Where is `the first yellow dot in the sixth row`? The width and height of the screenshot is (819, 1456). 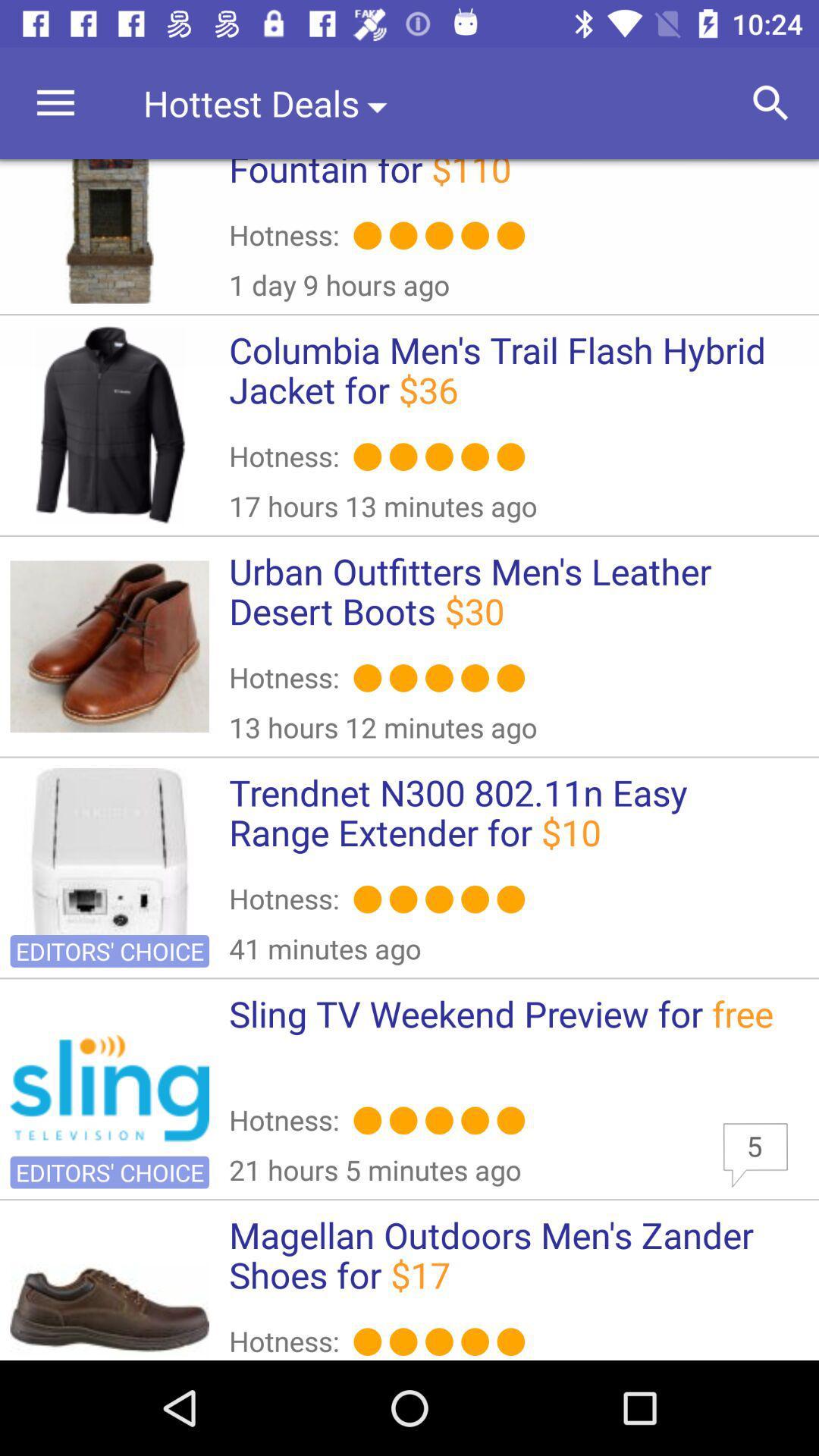
the first yellow dot in the sixth row is located at coordinates (368, 1341).